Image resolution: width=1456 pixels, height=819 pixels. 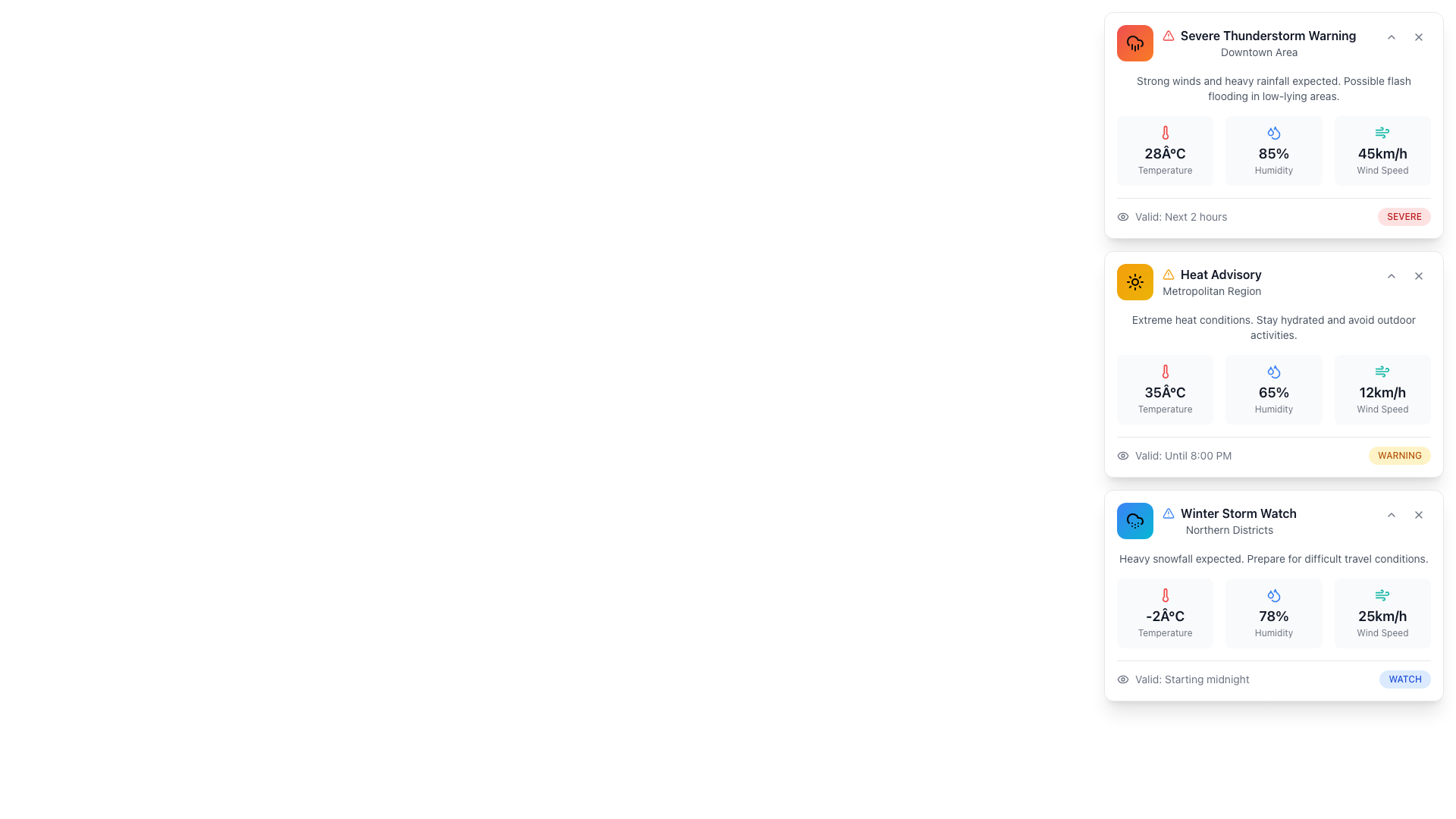 What do you see at coordinates (1236, 42) in the screenshot?
I see `the 'Severe Thunderstorm Warning' alert card located at the top of the warning sections by clicking on it` at bounding box center [1236, 42].